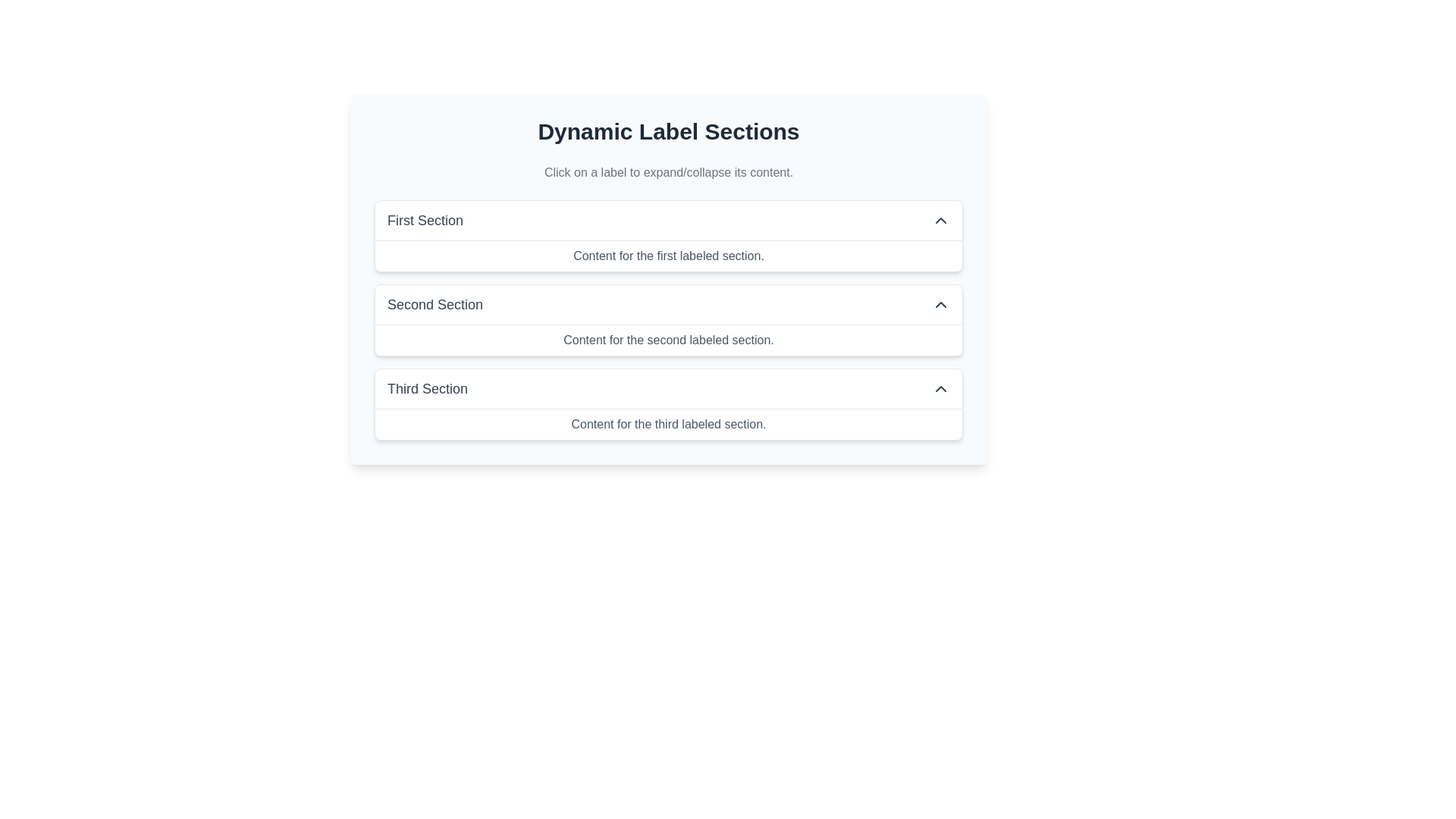 The width and height of the screenshot is (1456, 819). What do you see at coordinates (668, 304) in the screenshot?
I see `the toggle button to change the visibility of the 'Second Section' content located between 'First Section' and 'Third Section'` at bounding box center [668, 304].